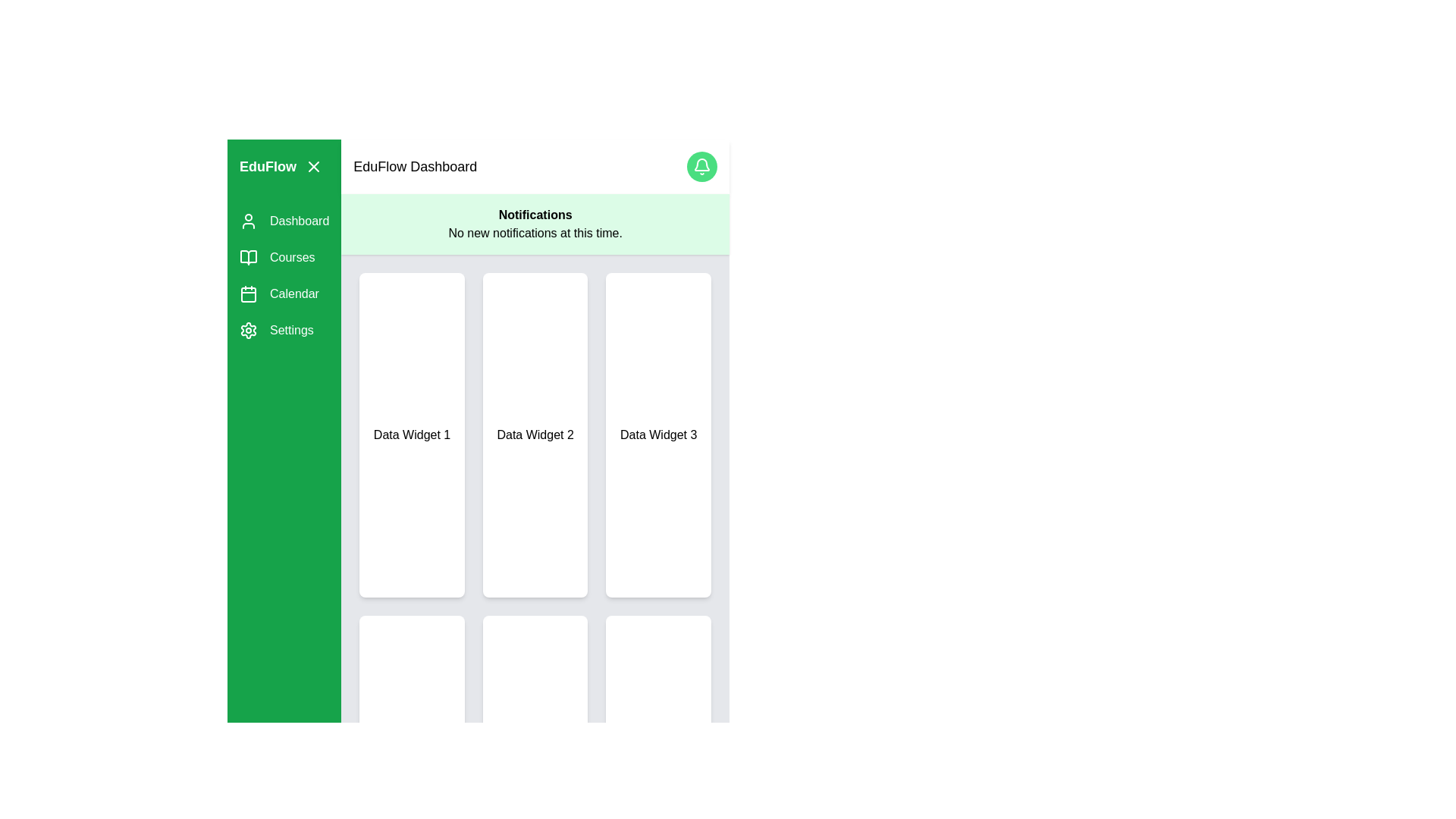 This screenshot has width=1456, height=819. What do you see at coordinates (313, 166) in the screenshot?
I see `the small, square-shaped close button with an 'X' icon on the right side of the 'EduFlow' header` at bounding box center [313, 166].